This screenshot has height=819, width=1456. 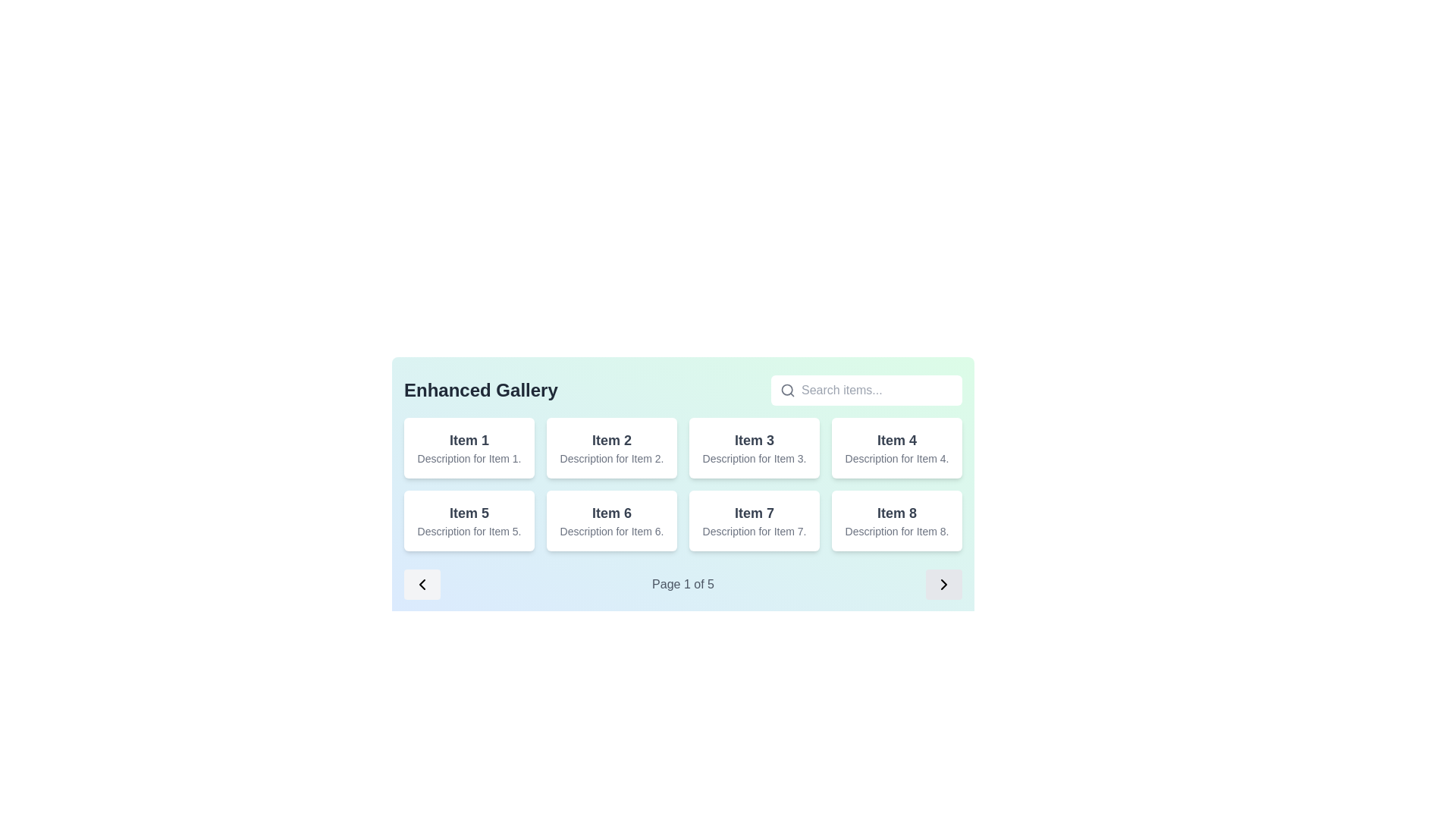 I want to click on the circular component of the search icon located at the top-right corner of the search input field, so click(x=787, y=389).